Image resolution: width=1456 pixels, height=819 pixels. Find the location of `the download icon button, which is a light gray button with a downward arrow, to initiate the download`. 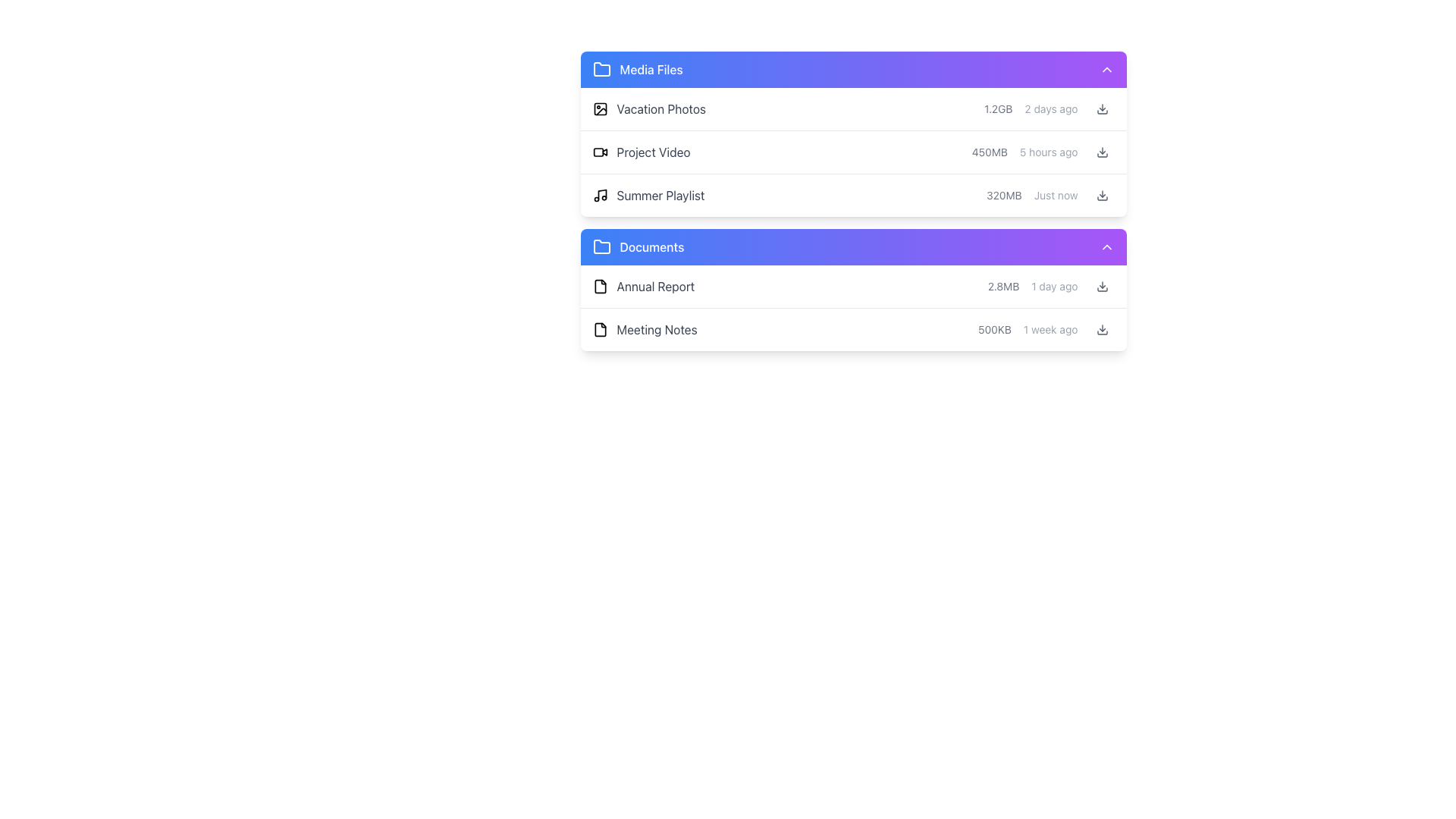

the download icon button, which is a light gray button with a downward arrow, to initiate the download is located at coordinates (1102, 195).